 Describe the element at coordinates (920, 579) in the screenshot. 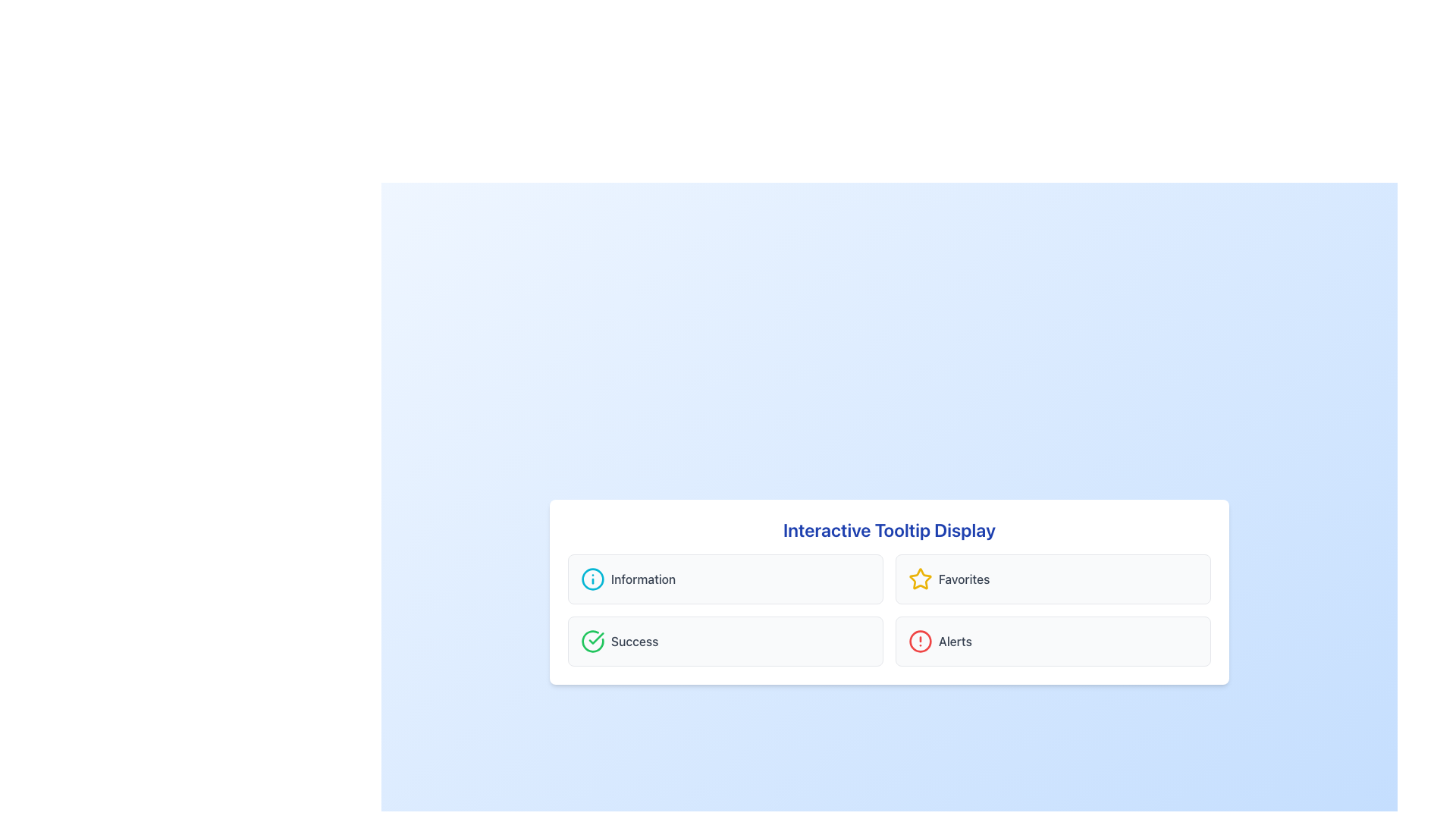

I see `the favorites indicator star icon located in the upper-right card labeled 'Favorites' in the grid layout` at that location.